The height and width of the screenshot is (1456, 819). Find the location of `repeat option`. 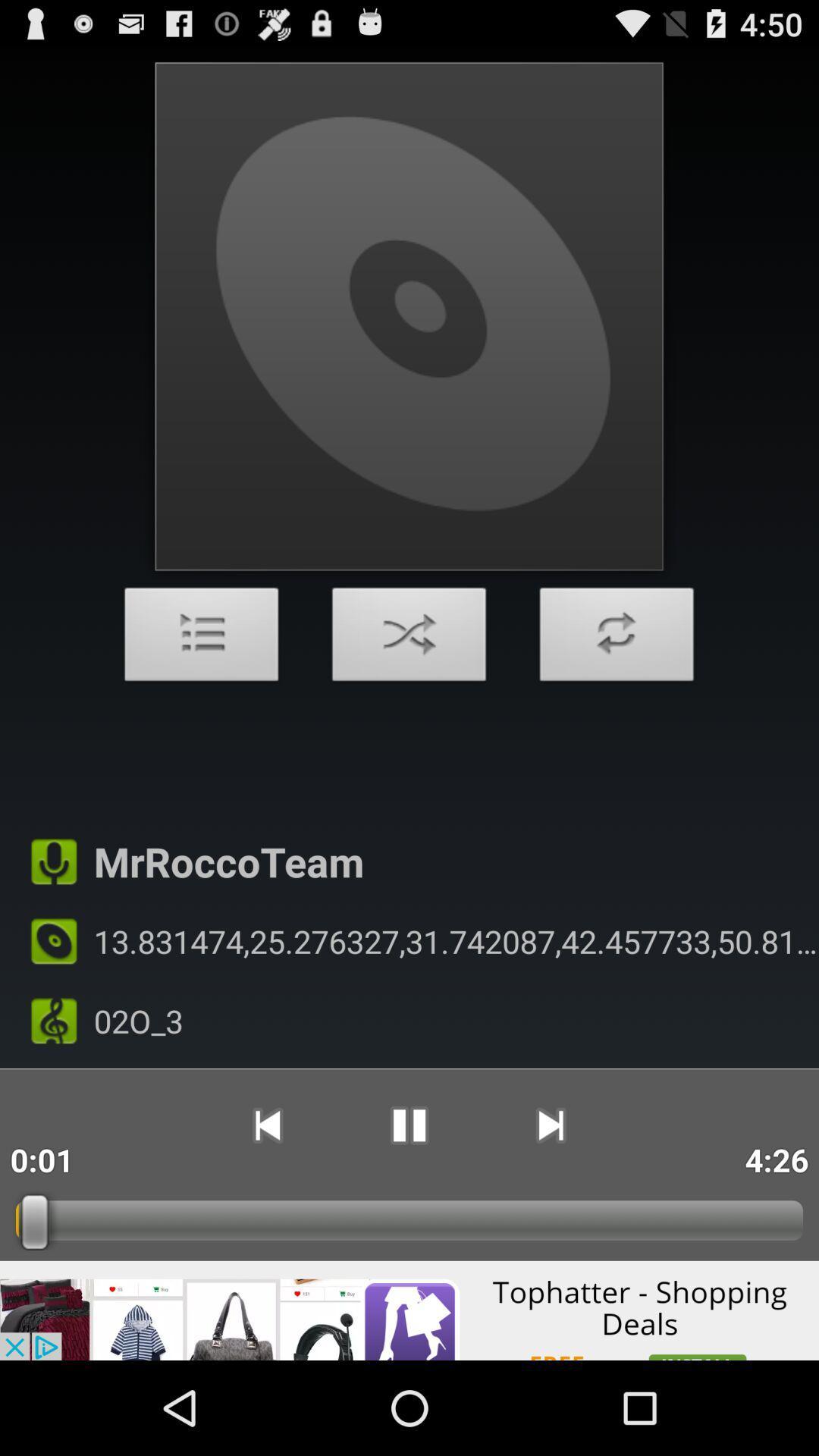

repeat option is located at coordinates (617, 639).